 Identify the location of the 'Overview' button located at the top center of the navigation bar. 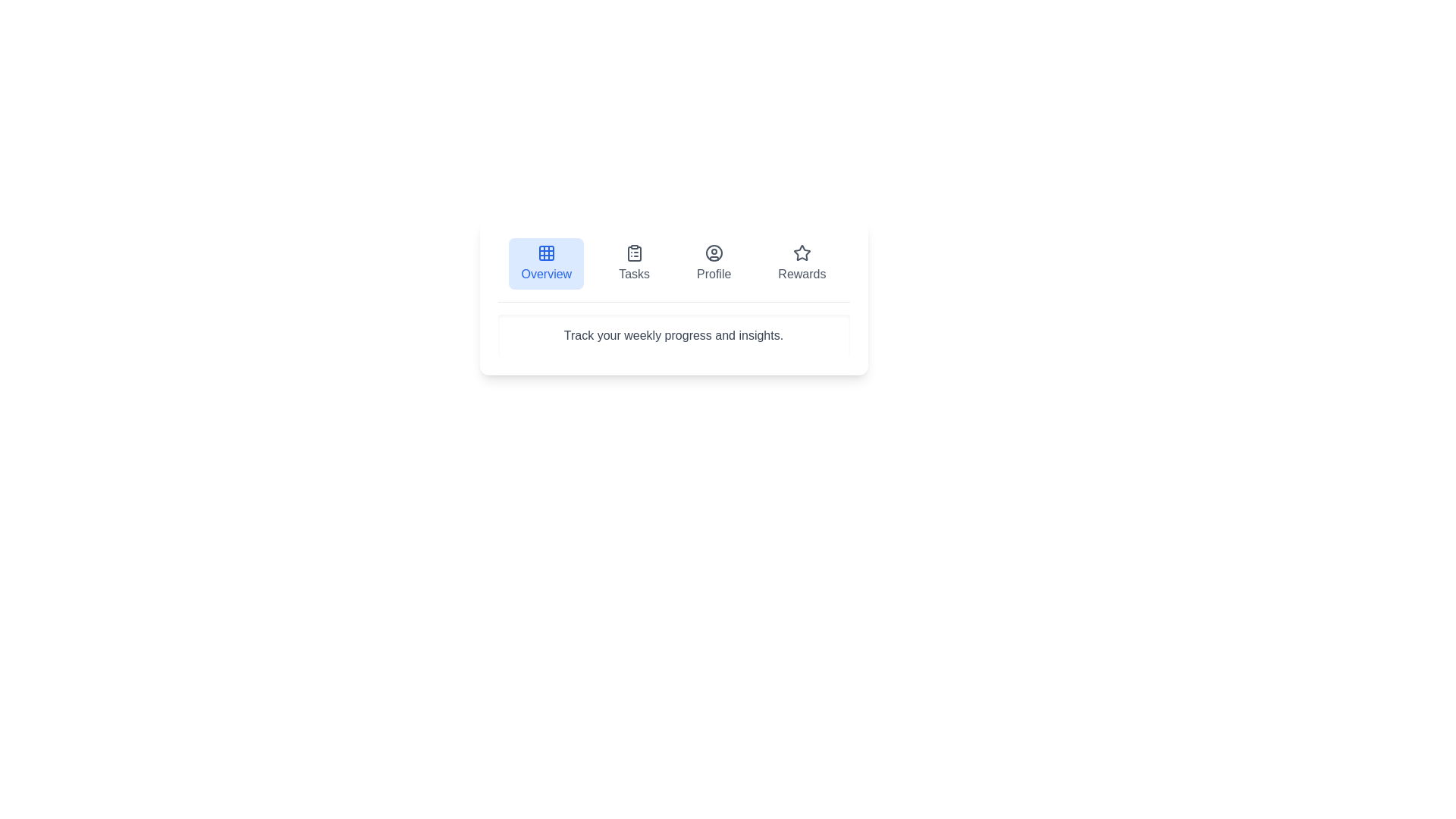
(546, 262).